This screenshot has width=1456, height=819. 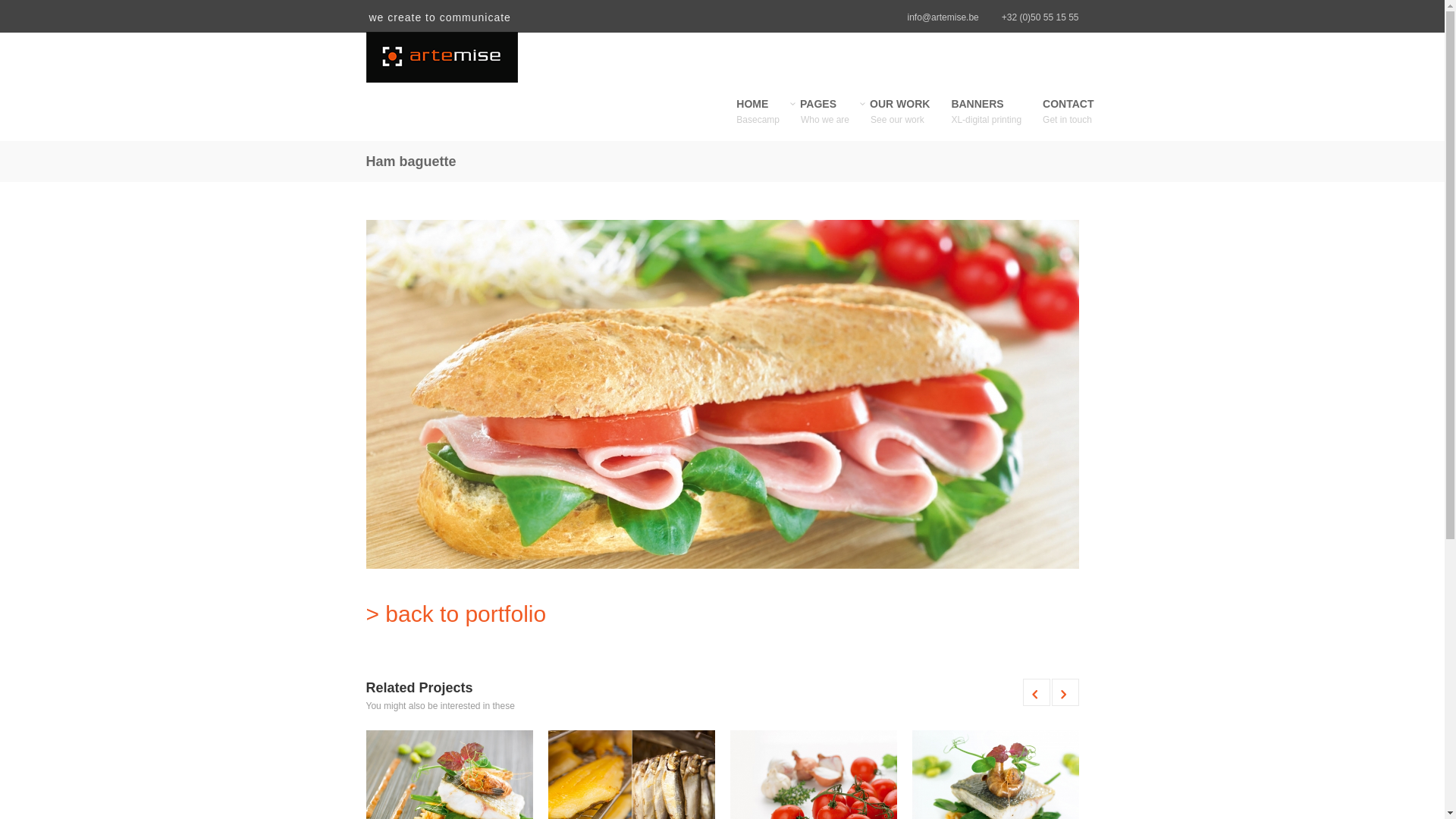 What do you see at coordinates (1040, 17) in the screenshot?
I see `'+32 (0)50 55 15 55'` at bounding box center [1040, 17].